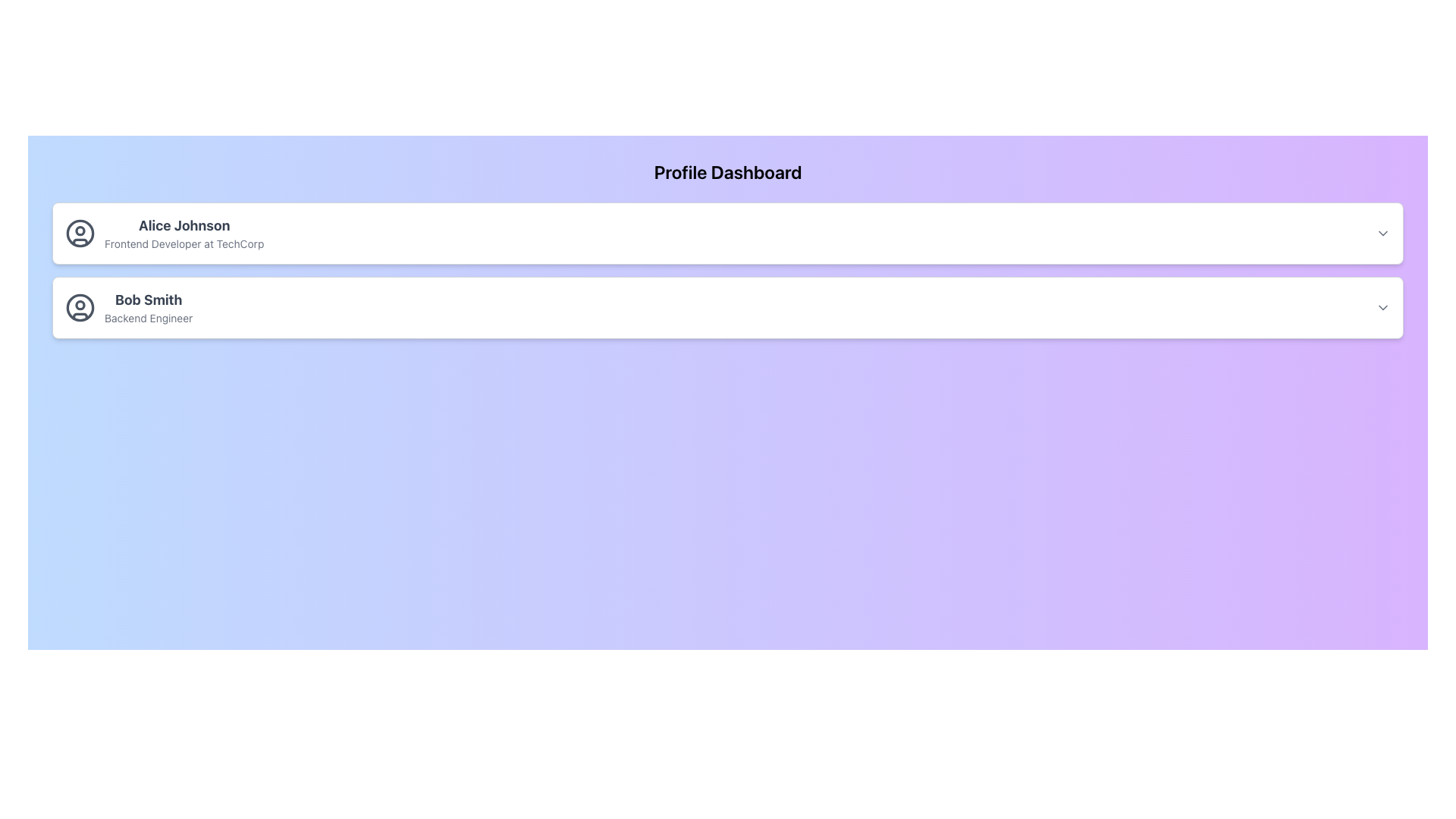  Describe the element at coordinates (149, 300) in the screenshot. I see `the text 'Bob Smith' which is styled in bold and larger size, located at the top section of the second profile card, above 'Backend Engineer'` at that location.